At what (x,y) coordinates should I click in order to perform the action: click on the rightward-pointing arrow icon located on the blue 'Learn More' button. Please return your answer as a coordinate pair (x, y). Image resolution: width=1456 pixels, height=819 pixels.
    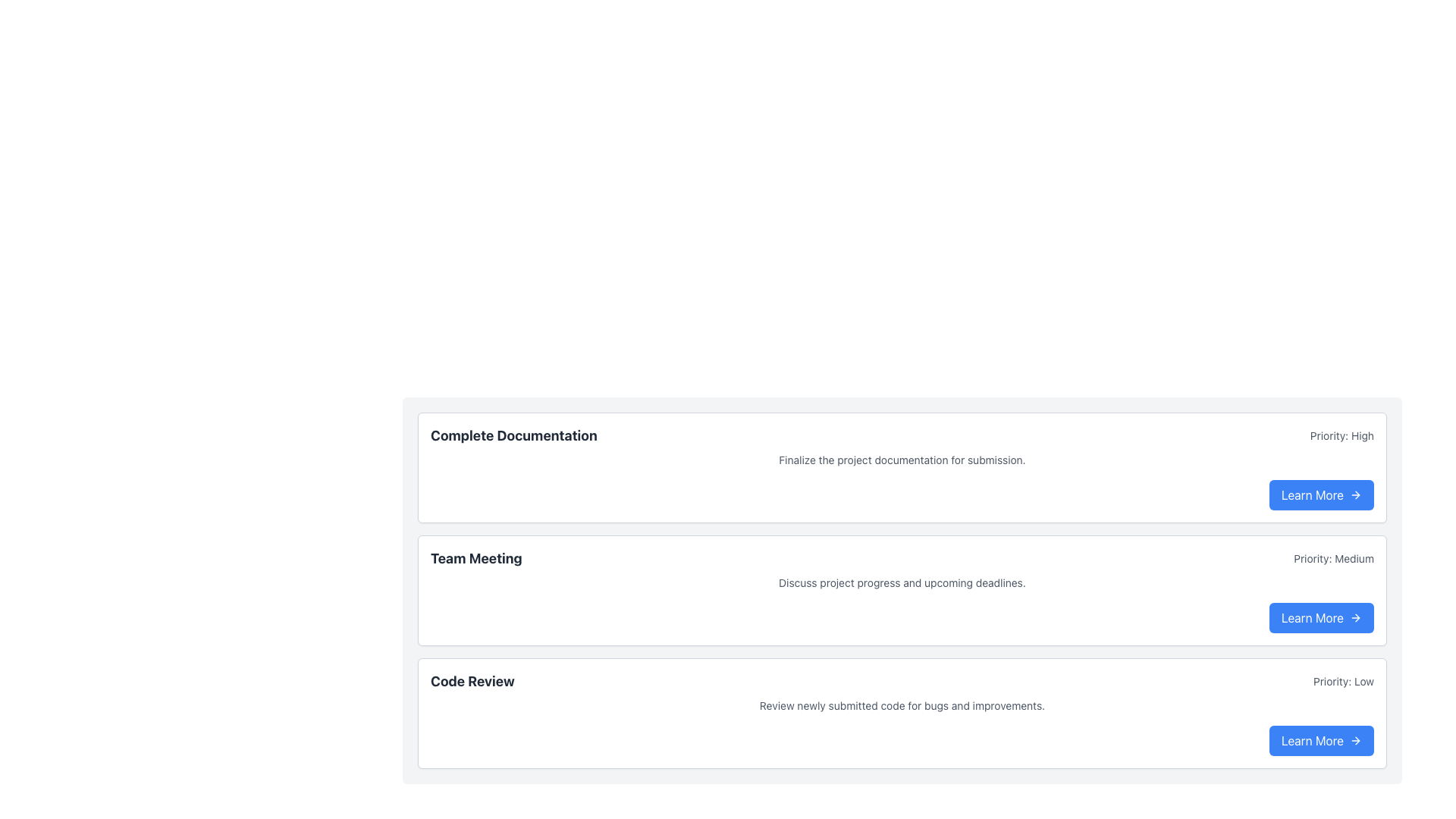
    Looking at the image, I should click on (1356, 617).